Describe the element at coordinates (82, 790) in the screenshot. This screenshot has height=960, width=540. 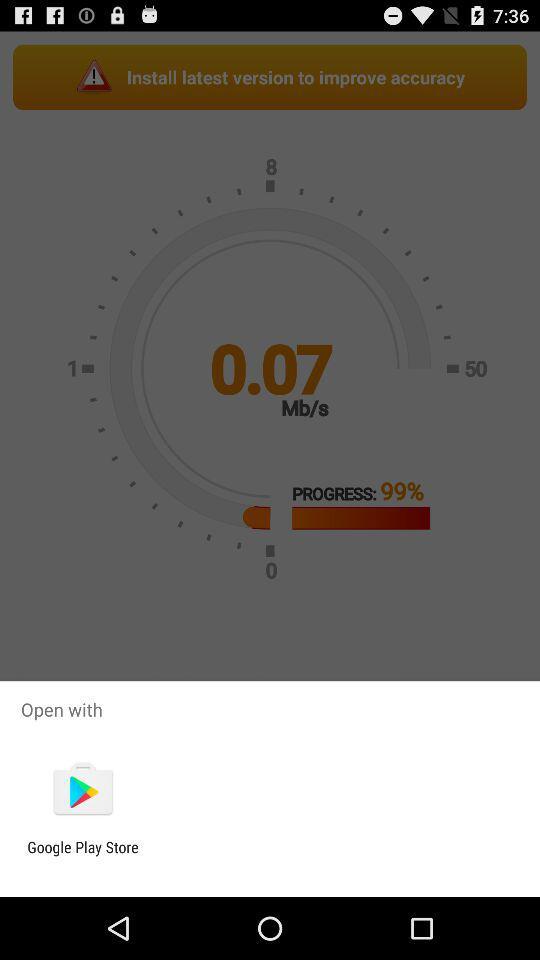
I see `icon above the google play store` at that location.